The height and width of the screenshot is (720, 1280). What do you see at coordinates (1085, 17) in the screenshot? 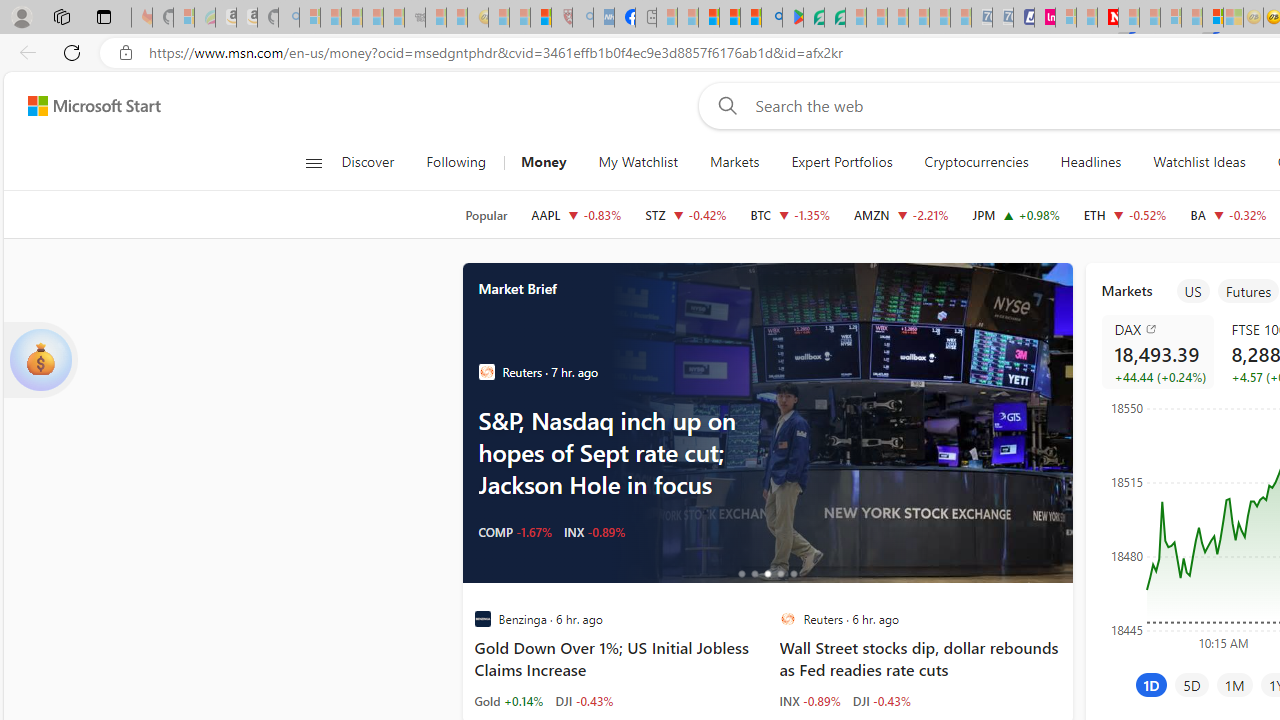
I see `'Microsoft Start - Sleeping'` at bounding box center [1085, 17].